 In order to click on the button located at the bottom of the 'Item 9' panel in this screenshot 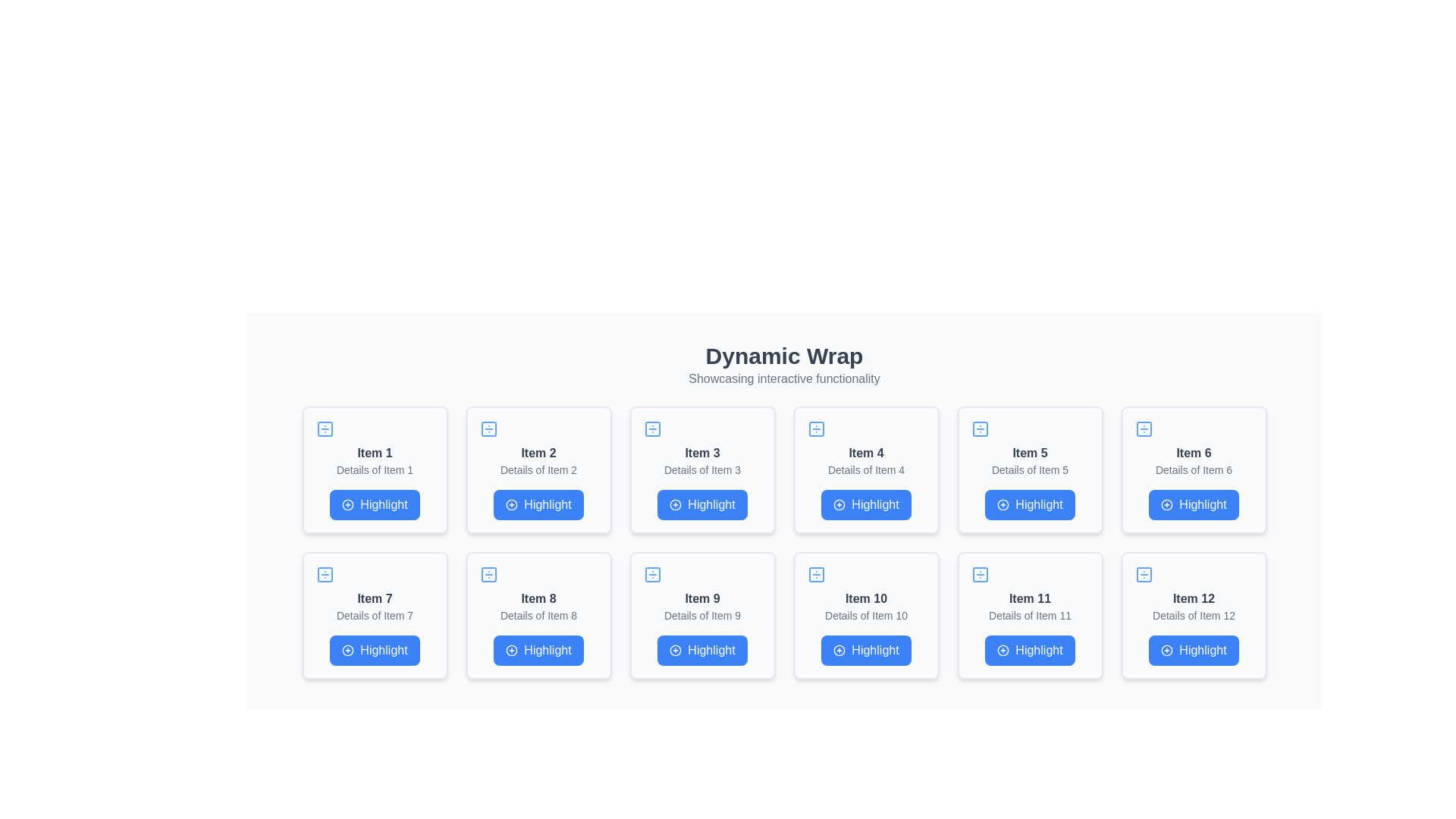, I will do `click(701, 649)`.